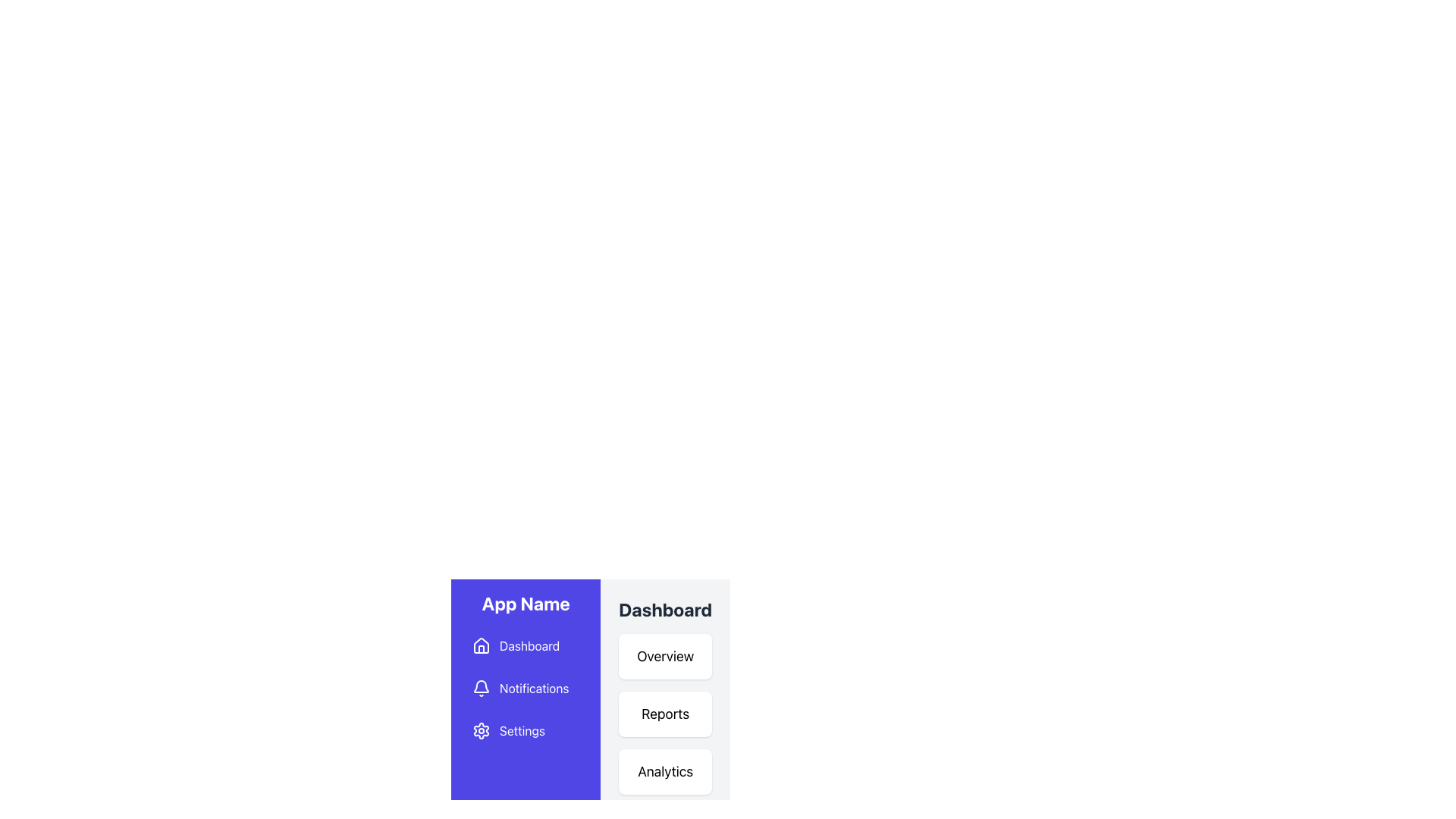  I want to click on the house-shaped icon representing the home or dashboard section, so click(480, 645).